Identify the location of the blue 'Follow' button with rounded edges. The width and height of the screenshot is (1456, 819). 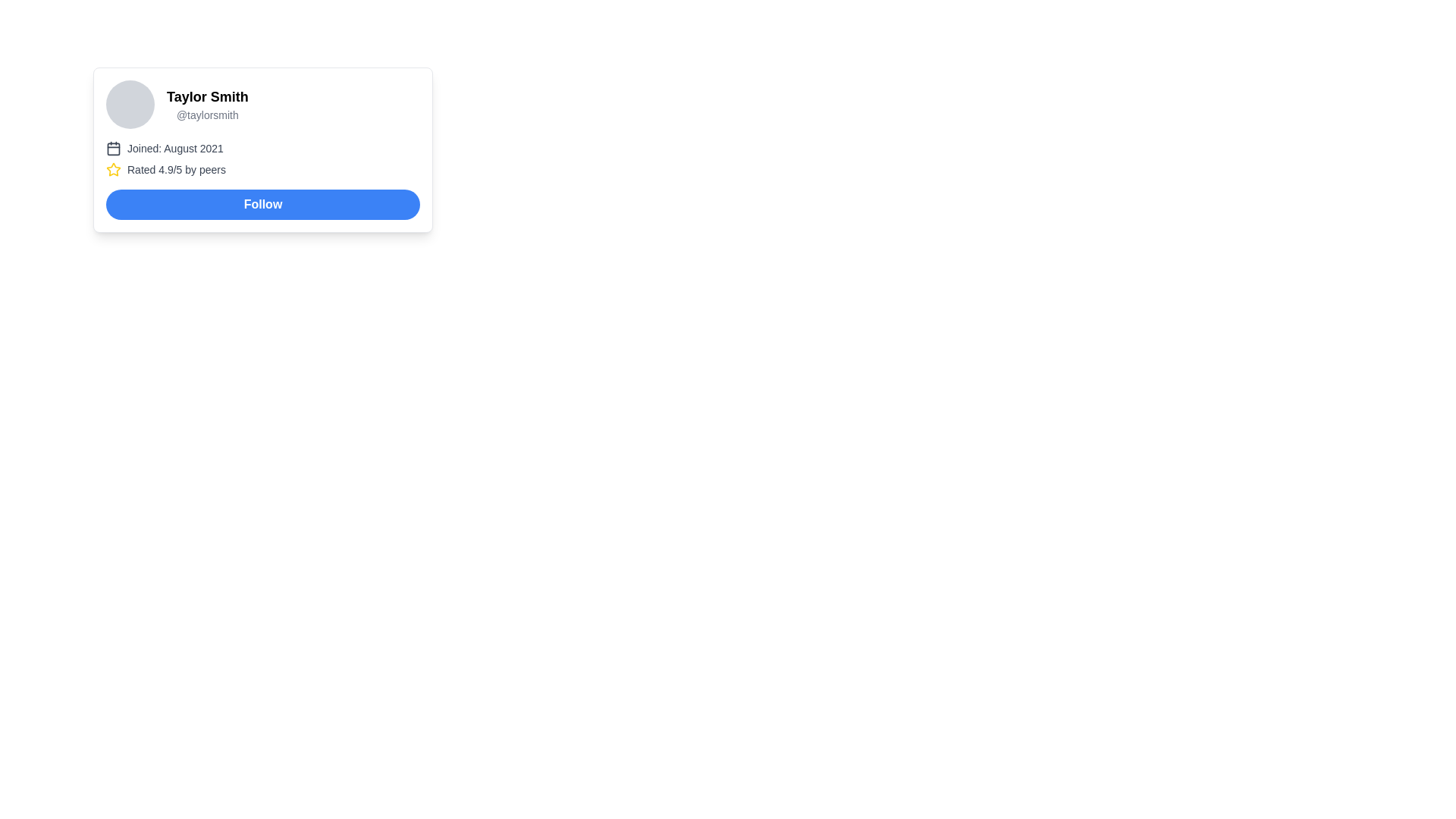
(262, 205).